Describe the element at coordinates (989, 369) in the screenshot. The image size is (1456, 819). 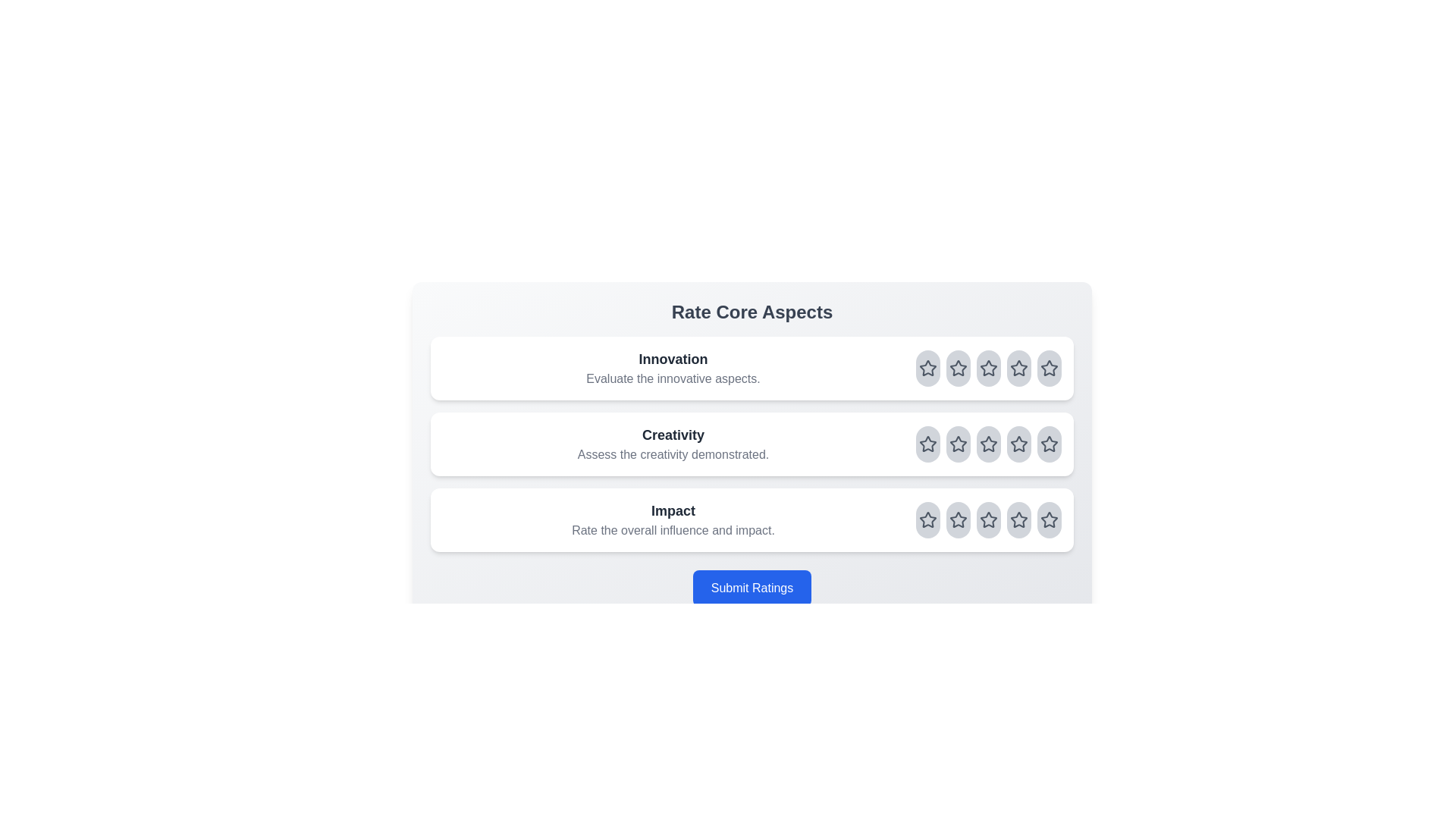
I see `the rating for the aspect Innovation to 3 stars by clicking on the corresponding star` at that location.